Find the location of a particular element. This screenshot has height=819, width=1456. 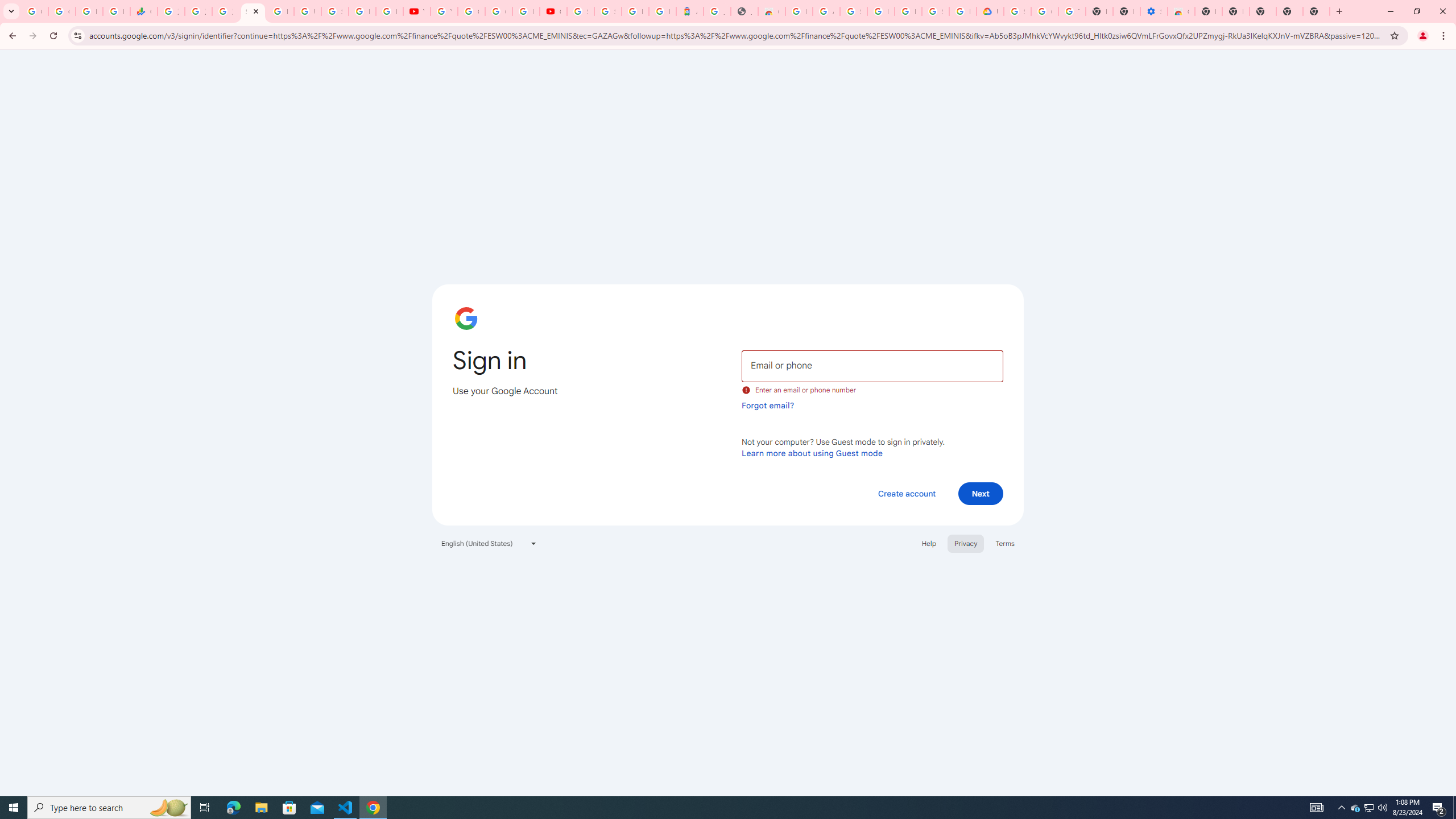

'Learn more about using Guest mode' is located at coordinates (812, 453).